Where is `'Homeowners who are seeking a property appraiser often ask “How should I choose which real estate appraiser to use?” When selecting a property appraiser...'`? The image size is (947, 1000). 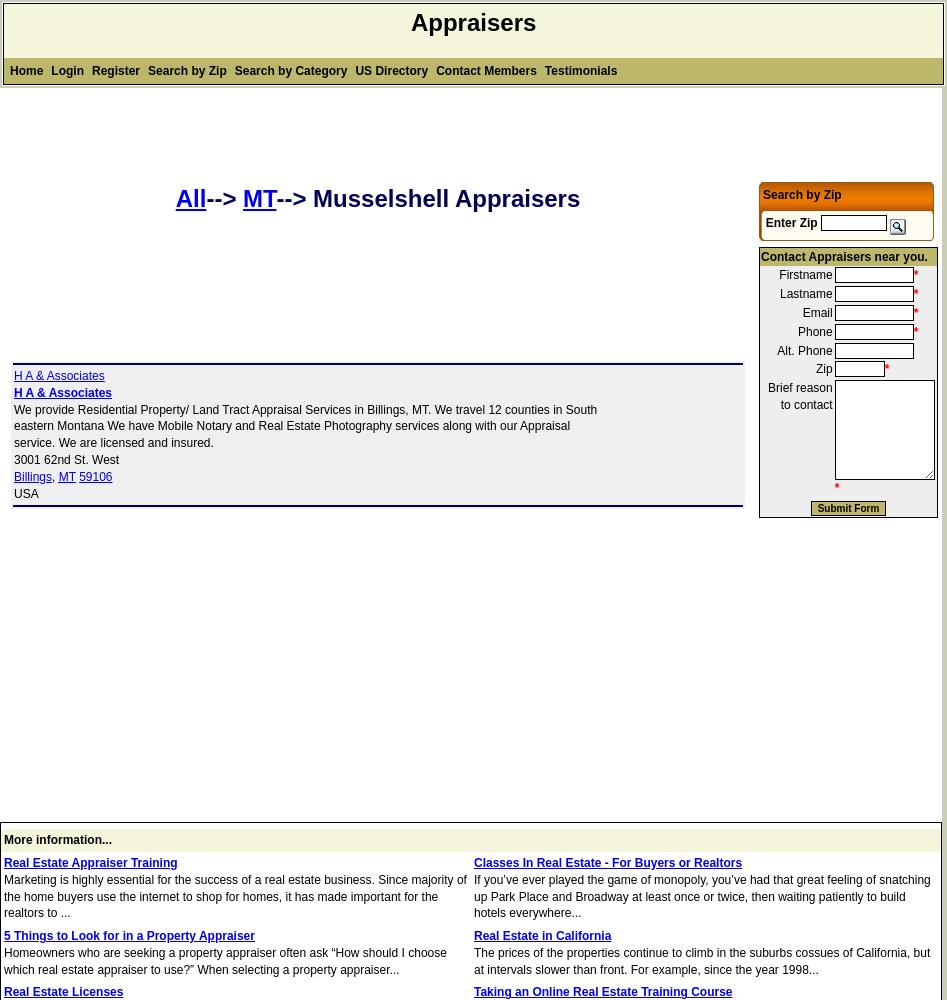 'Homeowners who are seeking a property appraiser often ask “How should I choose which real estate appraiser to use?” When selecting a property appraiser...' is located at coordinates (225, 959).